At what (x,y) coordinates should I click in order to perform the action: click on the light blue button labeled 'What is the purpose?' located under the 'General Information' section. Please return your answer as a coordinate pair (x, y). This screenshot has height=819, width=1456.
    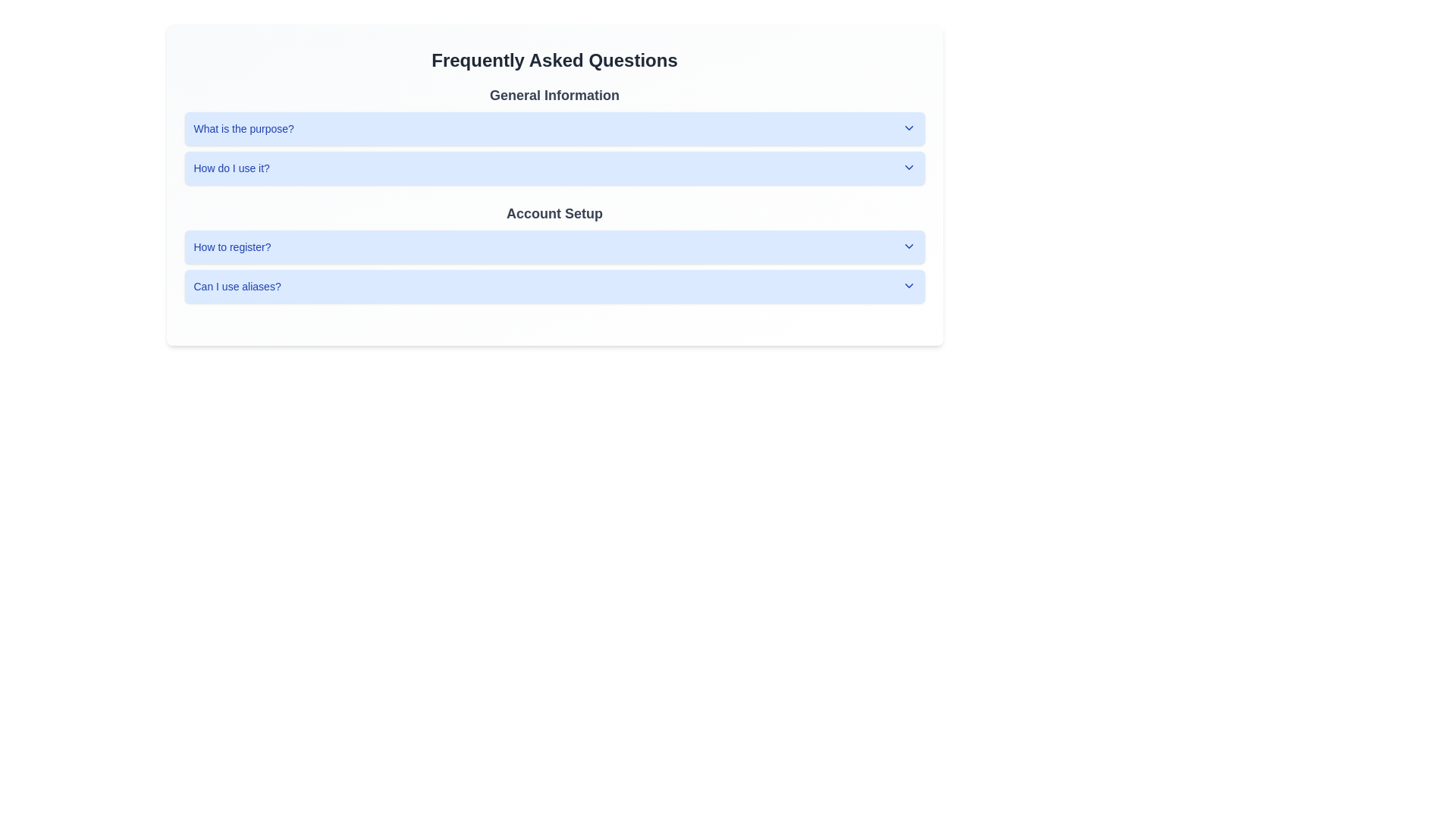
    Looking at the image, I should click on (554, 127).